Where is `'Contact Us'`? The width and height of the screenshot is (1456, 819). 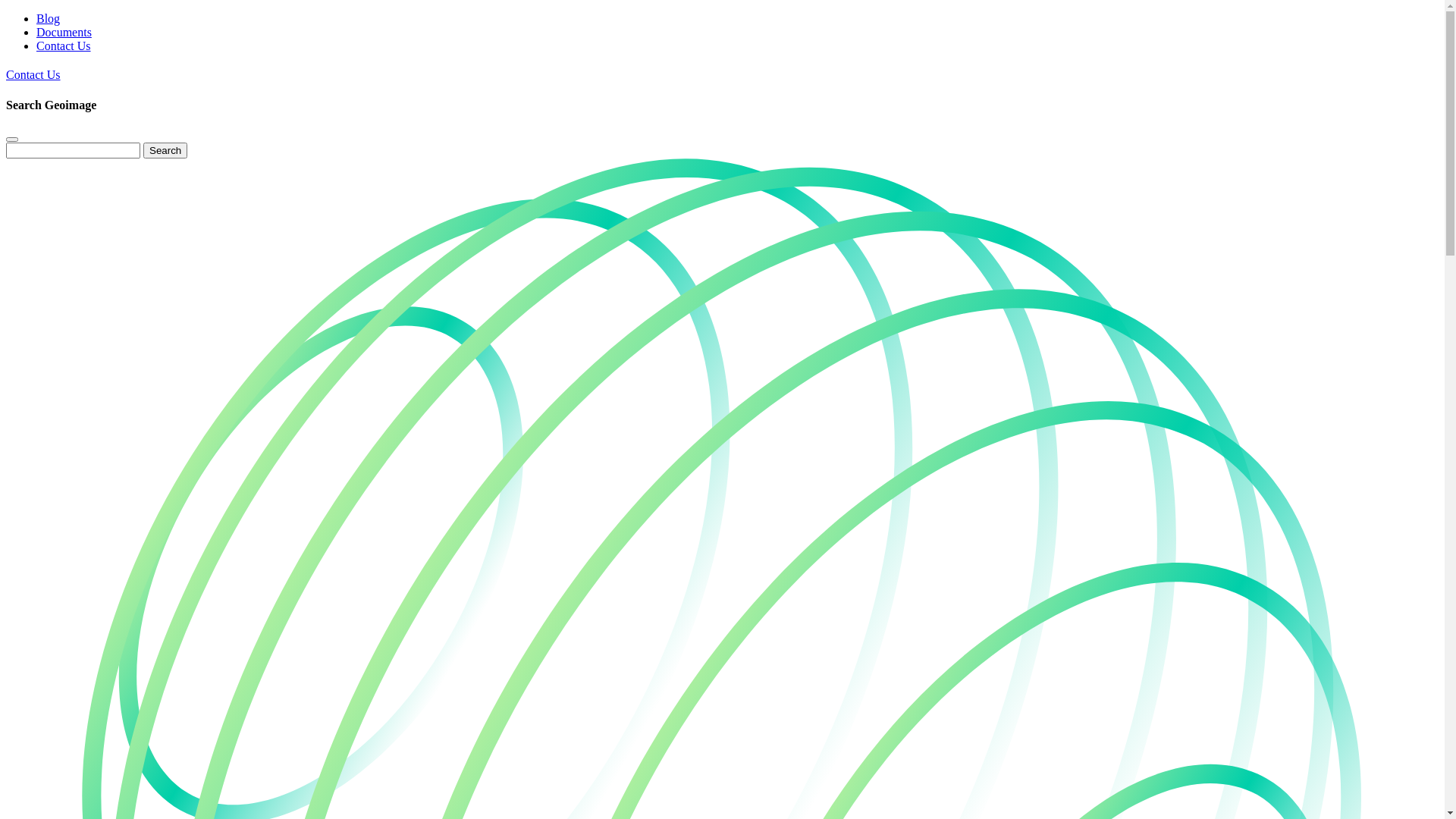
'Contact Us' is located at coordinates (36, 45).